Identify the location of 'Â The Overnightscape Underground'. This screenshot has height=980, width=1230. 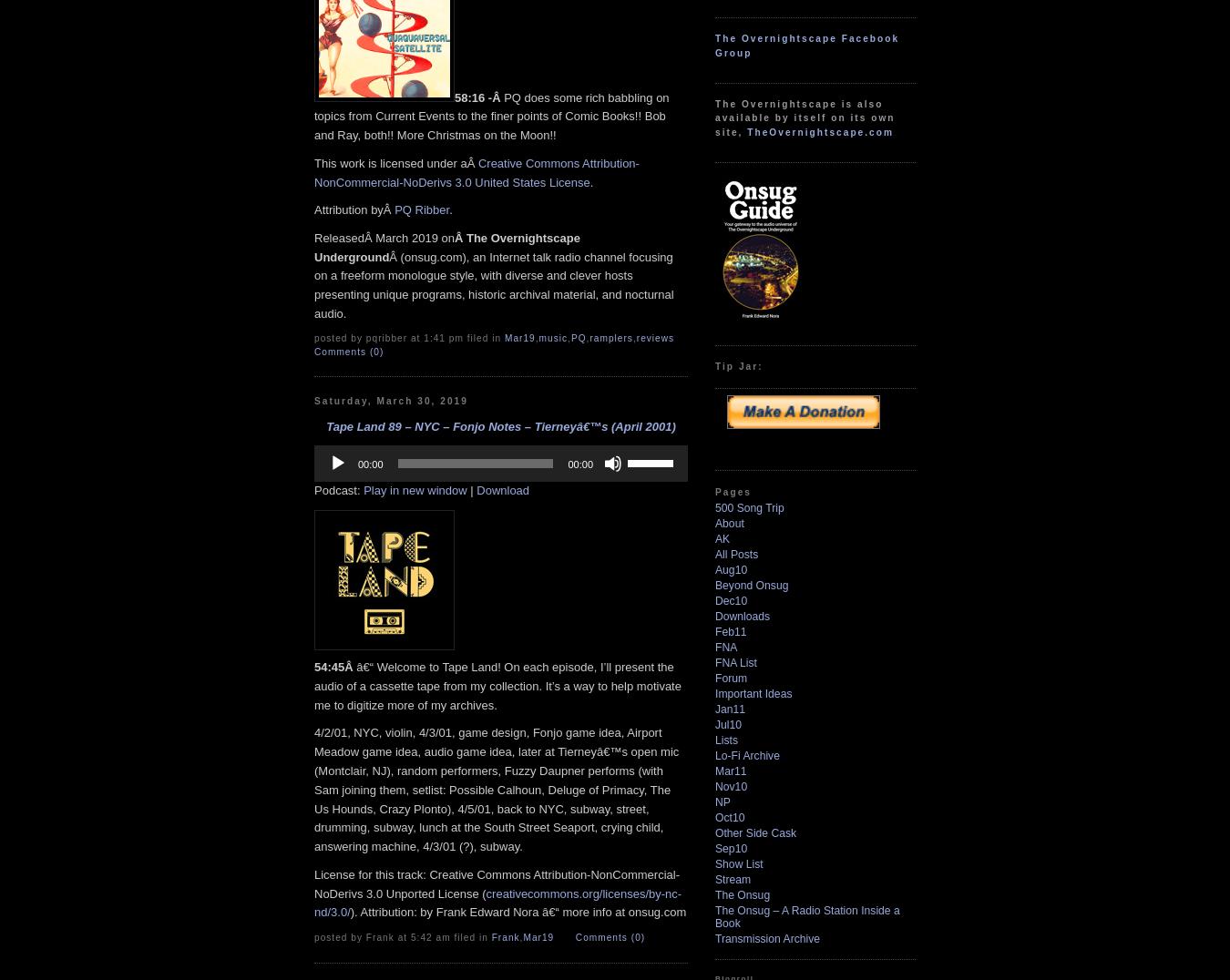
(446, 246).